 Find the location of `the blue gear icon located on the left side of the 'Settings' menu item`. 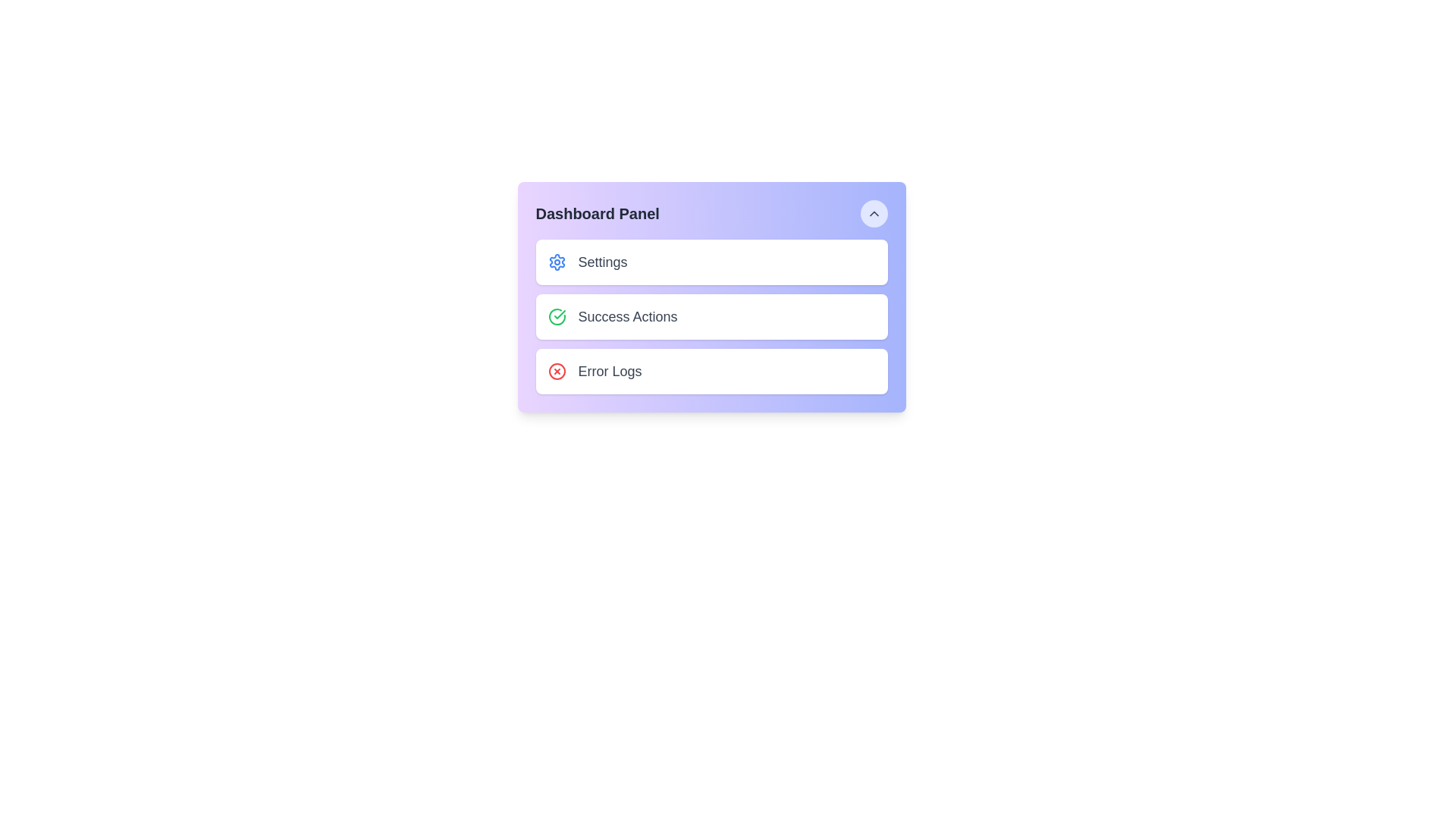

the blue gear icon located on the left side of the 'Settings' menu item is located at coordinates (556, 262).